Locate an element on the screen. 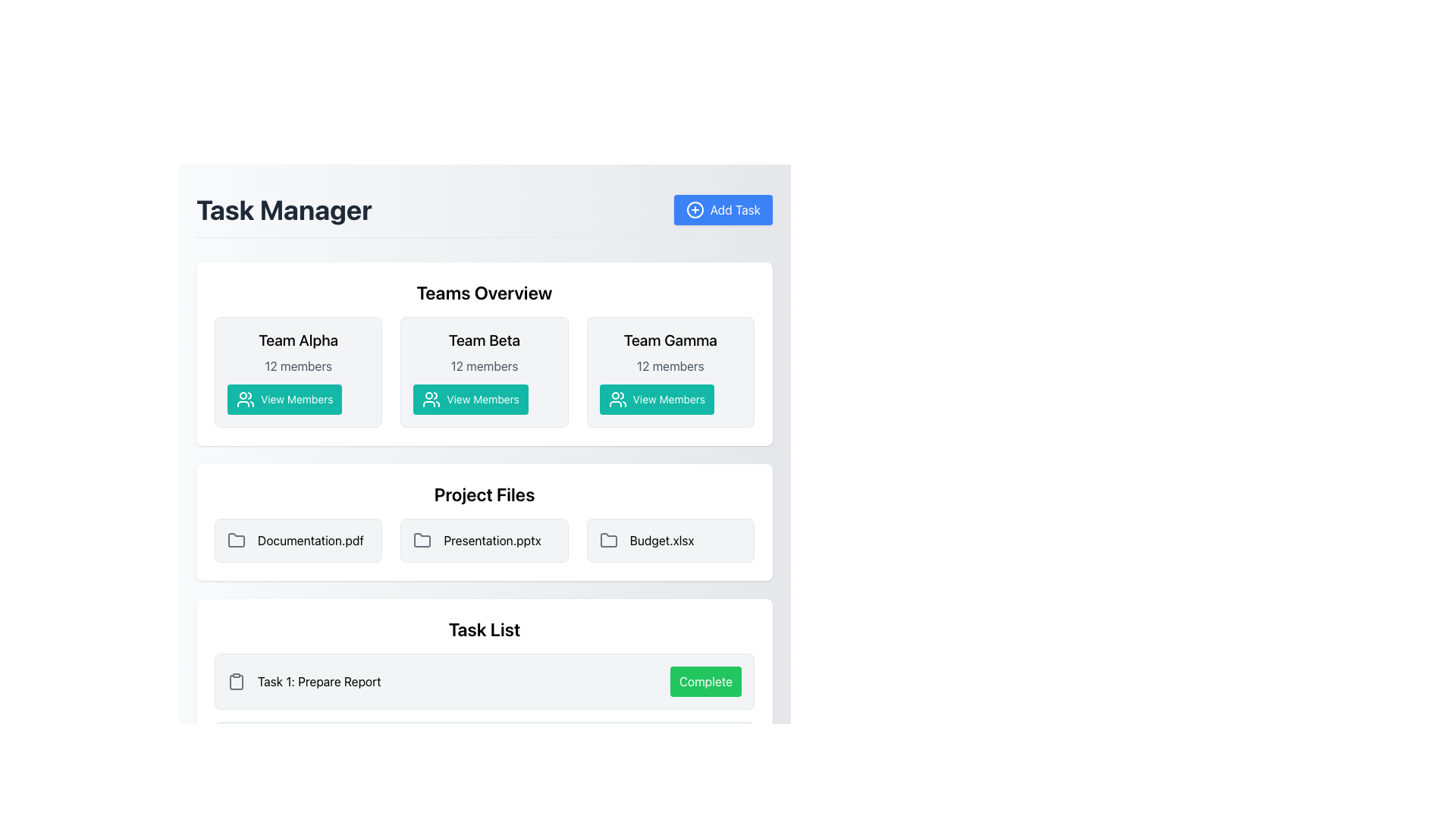  the Static Text element displaying the name of the presentation file 'Presentation.pptx' located in the 'Project Files' section between 'Documentation.pdf' and 'Budget.xlsx' is located at coordinates (492, 540).